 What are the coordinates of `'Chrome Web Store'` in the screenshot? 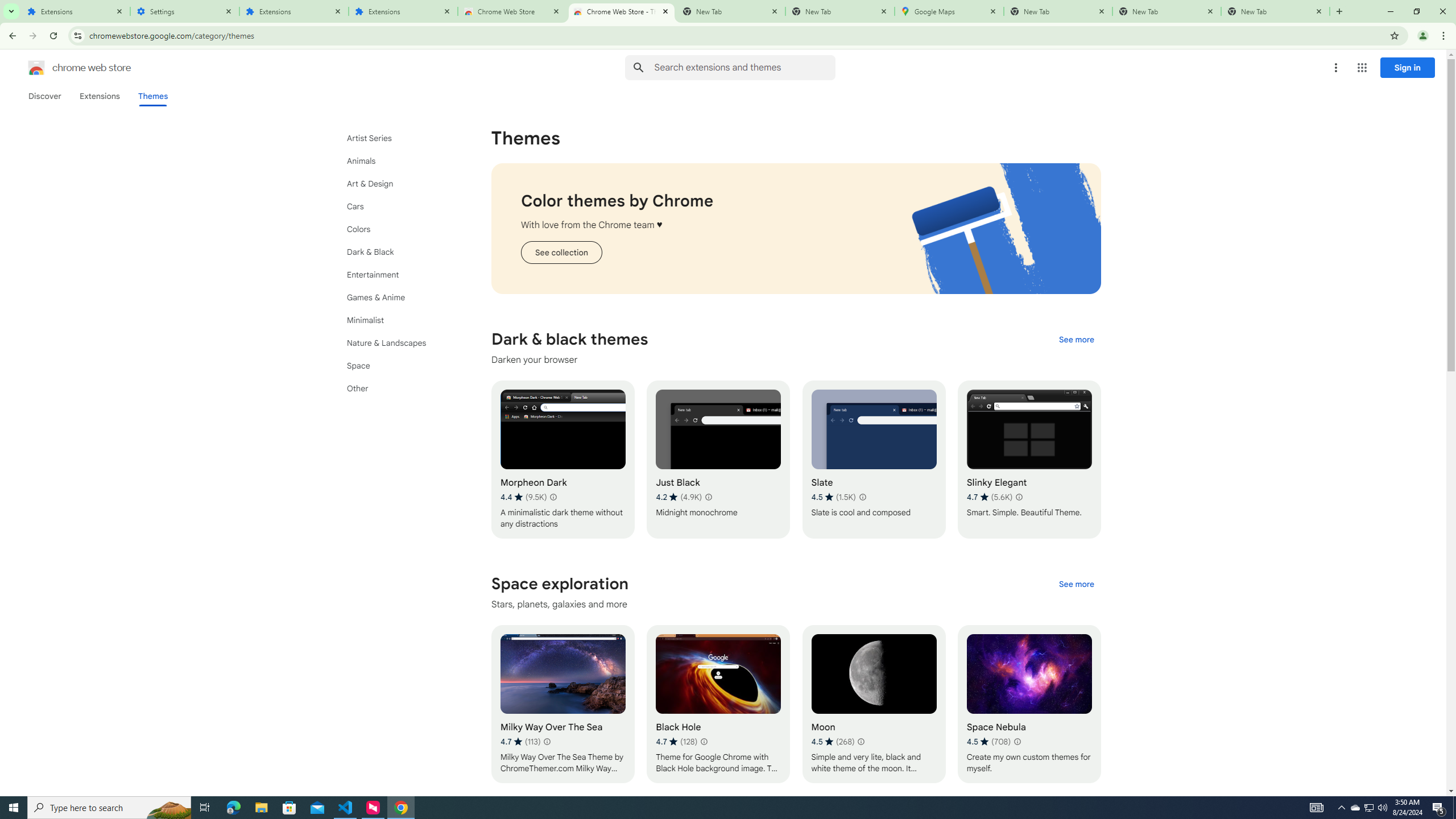 It's located at (512, 11).